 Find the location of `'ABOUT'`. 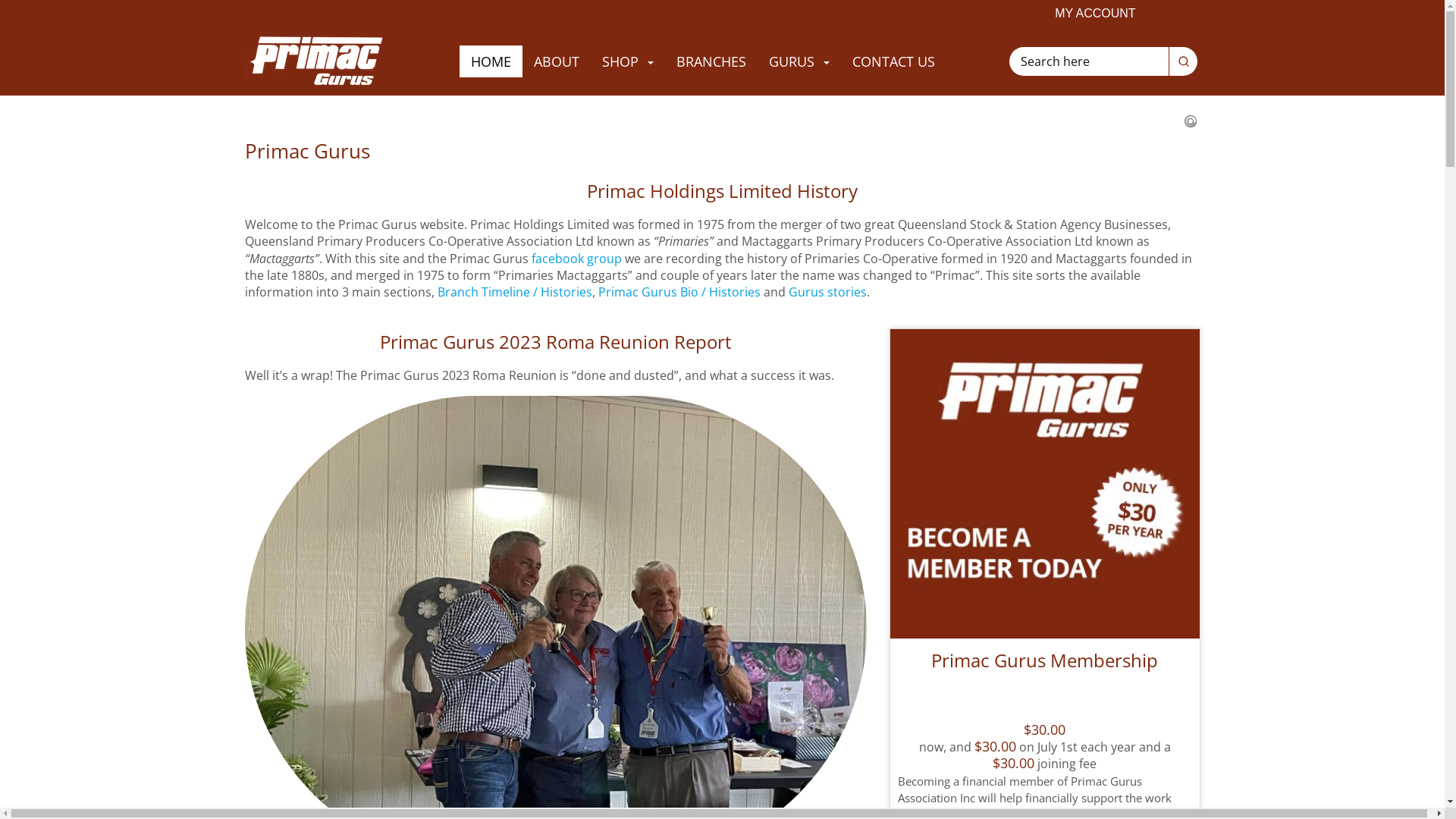

'ABOUT' is located at coordinates (556, 61).